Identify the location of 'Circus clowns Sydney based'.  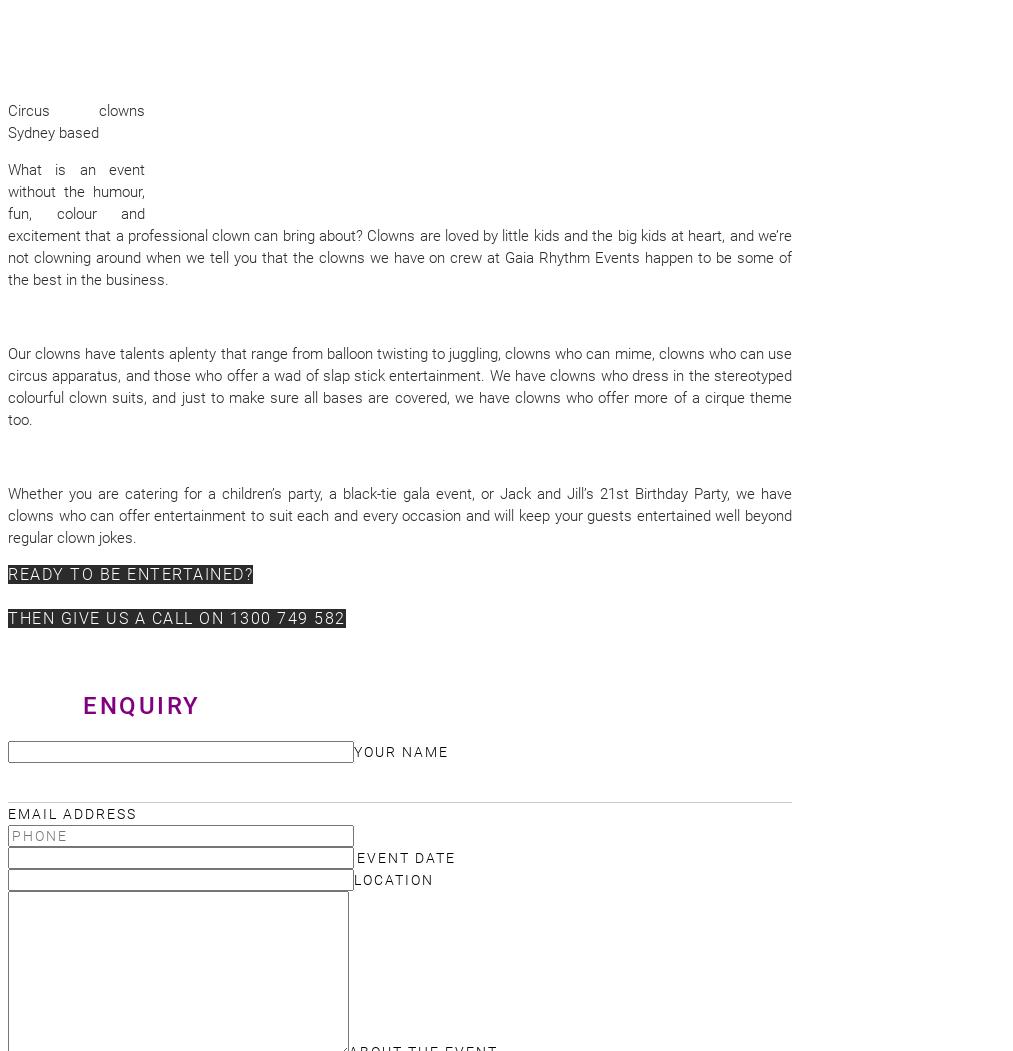
(75, 121).